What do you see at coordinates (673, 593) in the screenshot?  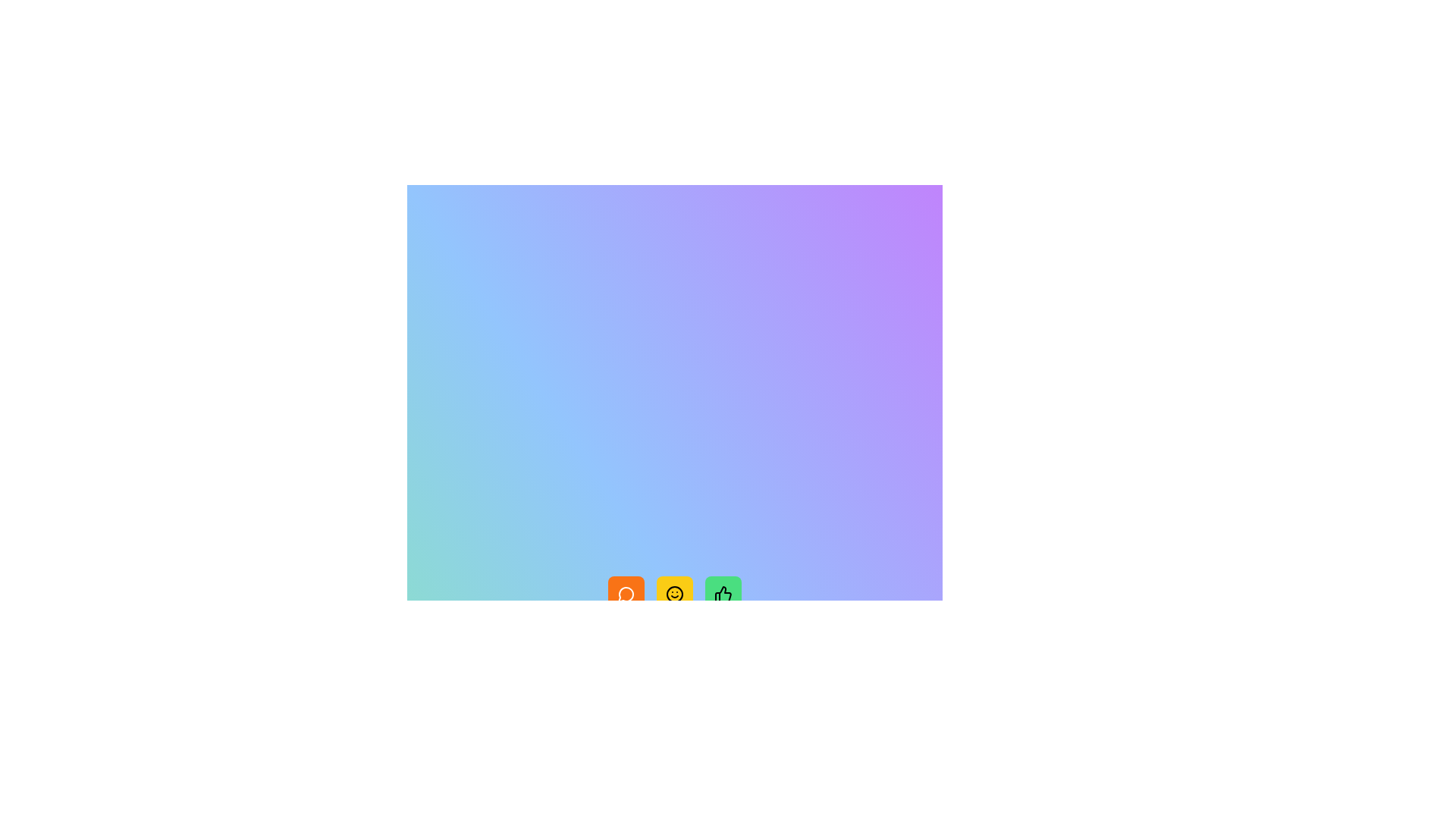 I see `the smiley face icon, which is the second of three adjacent icons at the bottom center of the interface, to perform a positive action or sentiment` at bounding box center [673, 593].